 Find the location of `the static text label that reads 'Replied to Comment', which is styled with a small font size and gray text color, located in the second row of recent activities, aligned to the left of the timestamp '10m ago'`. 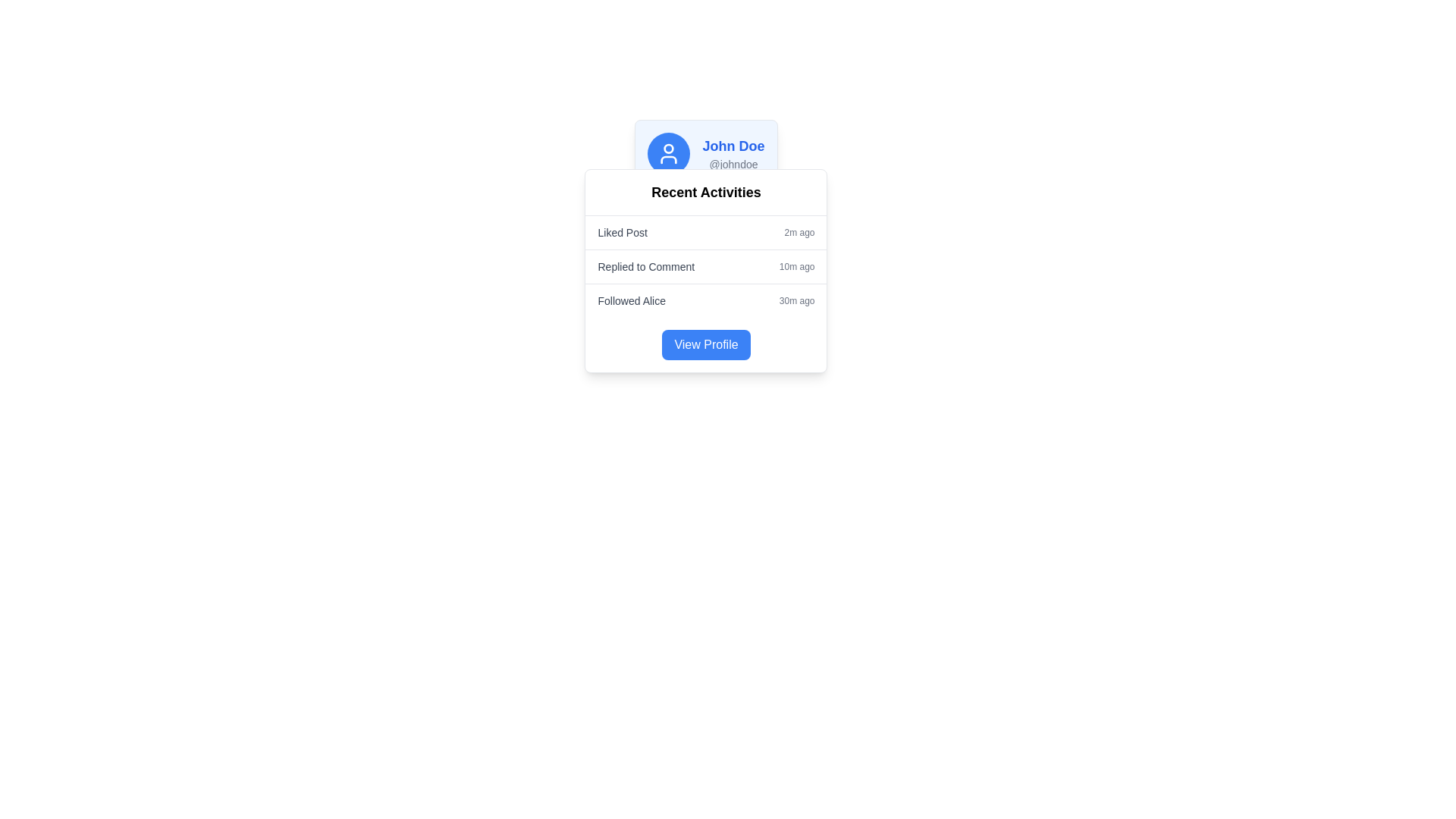

the static text label that reads 'Replied to Comment', which is styled with a small font size and gray text color, located in the second row of recent activities, aligned to the left of the timestamp '10m ago' is located at coordinates (646, 265).